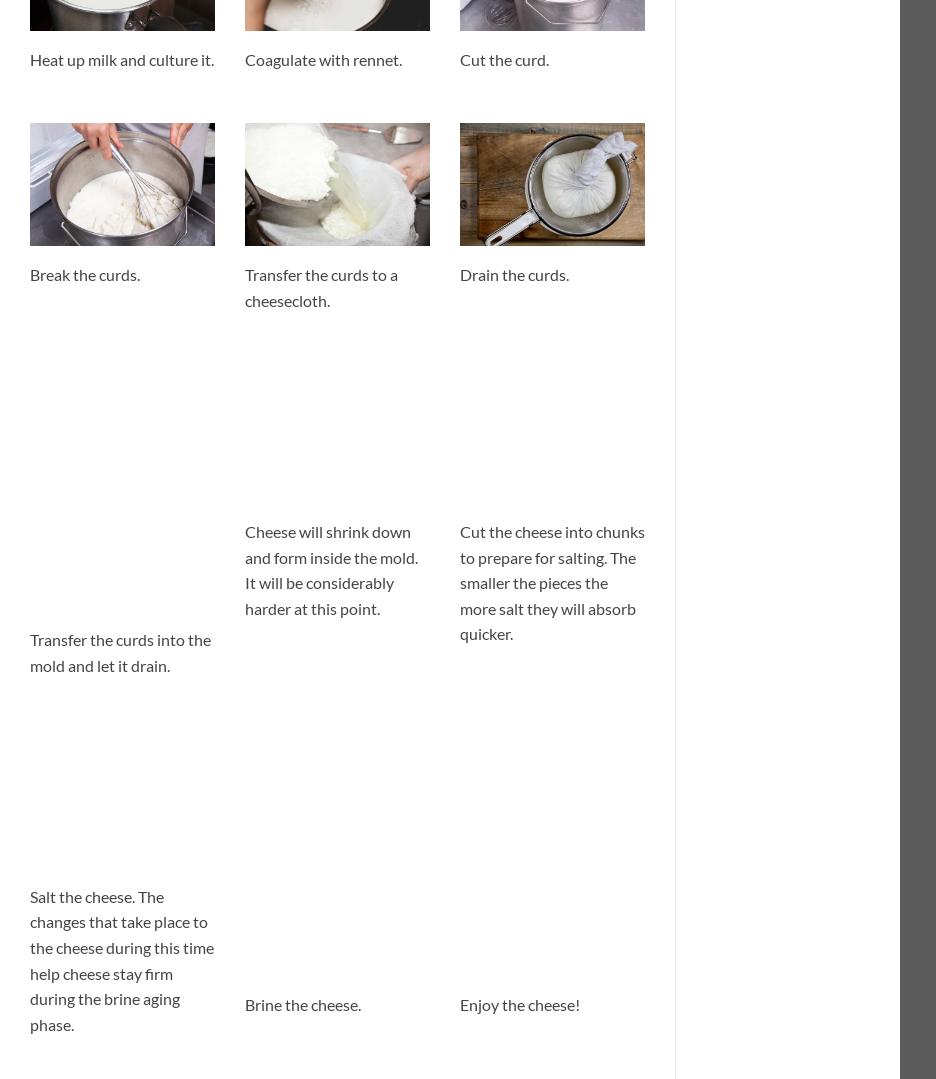 The image size is (936, 1079). What do you see at coordinates (120, 650) in the screenshot?
I see `'Transfer the curds into the mold and let it drain.'` at bounding box center [120, 650].